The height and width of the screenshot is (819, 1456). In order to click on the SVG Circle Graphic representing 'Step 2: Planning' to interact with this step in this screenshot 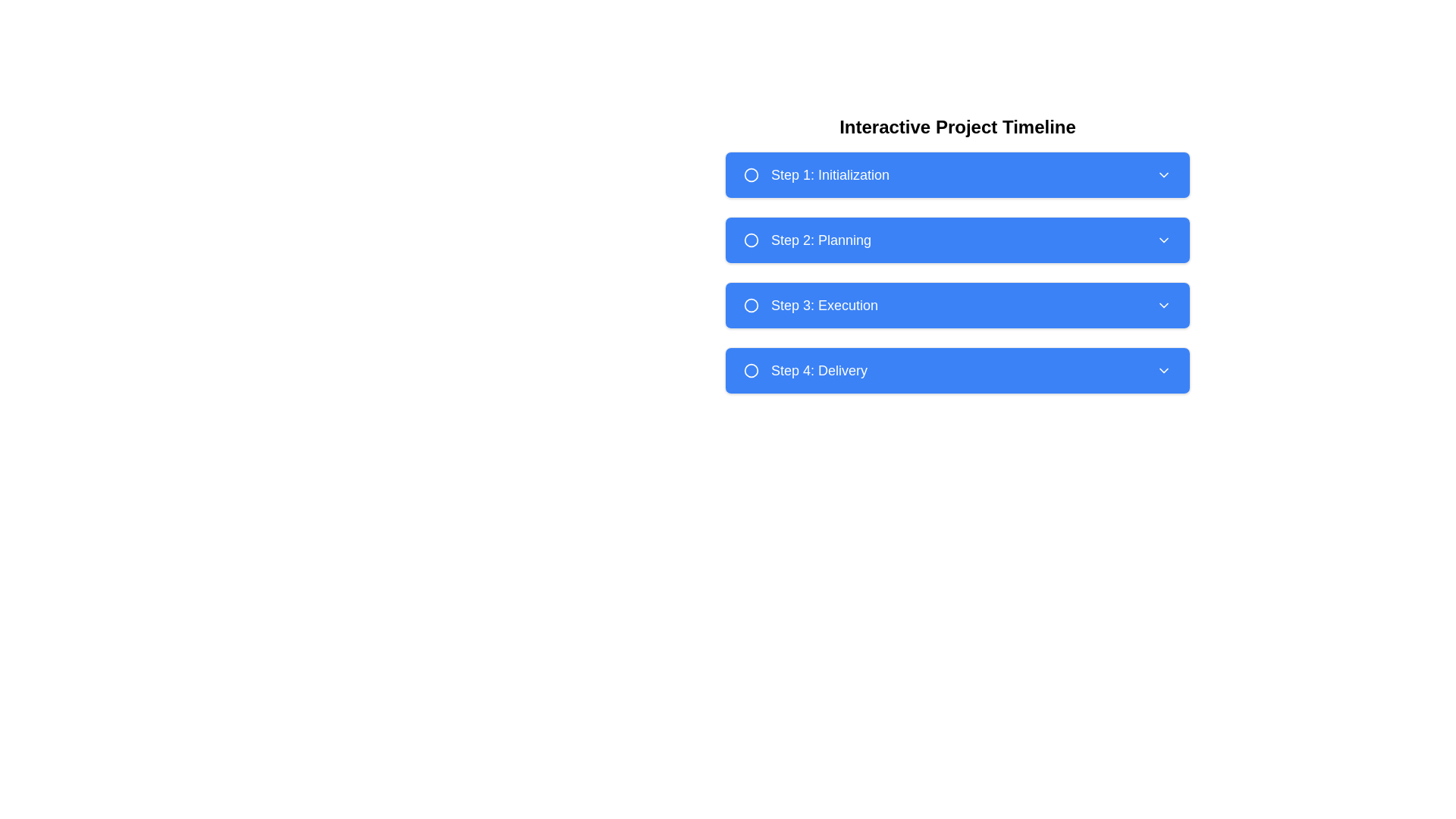, I will do `click(751, 239)`.